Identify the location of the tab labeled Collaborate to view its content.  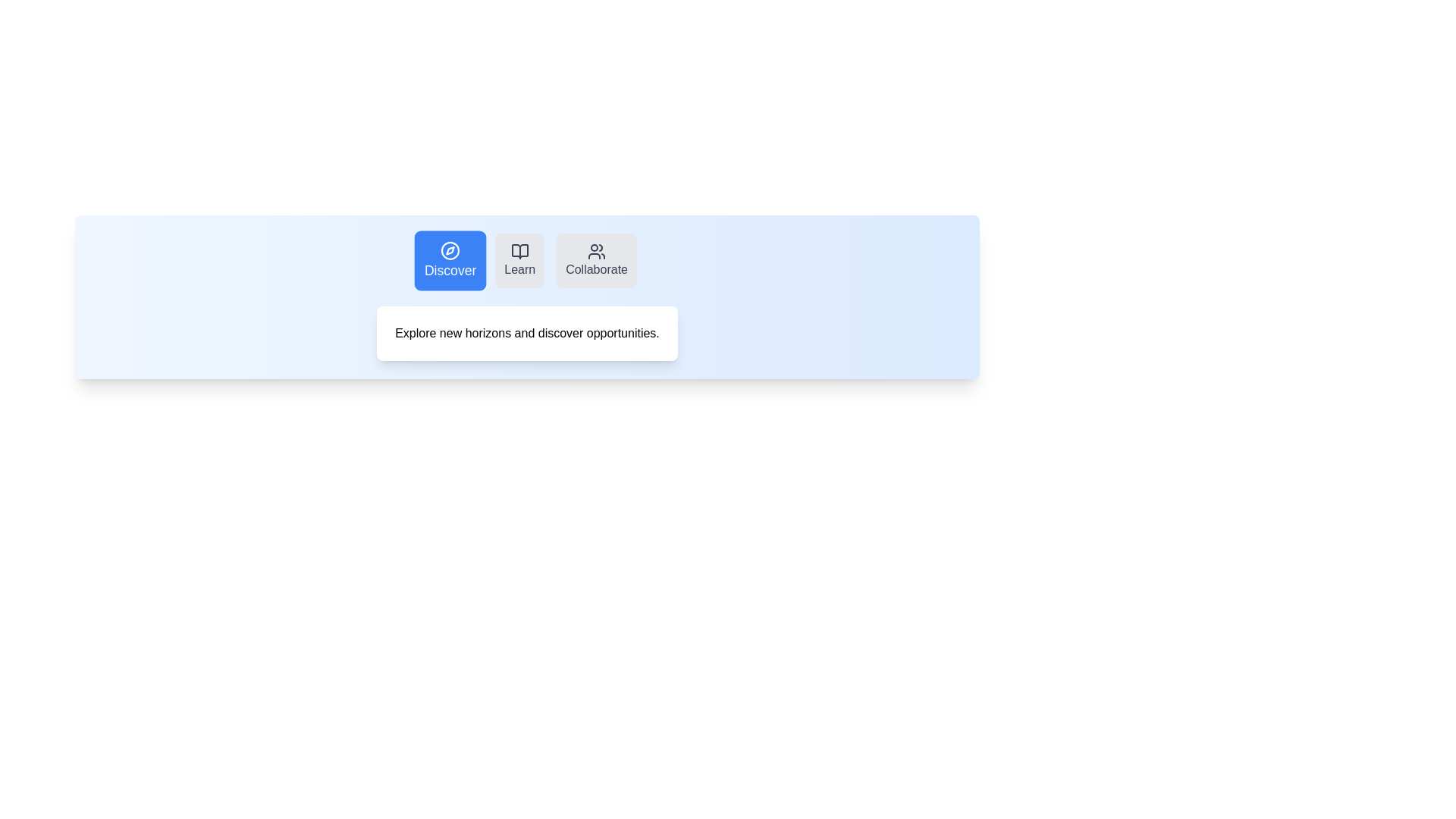
(596, 259).